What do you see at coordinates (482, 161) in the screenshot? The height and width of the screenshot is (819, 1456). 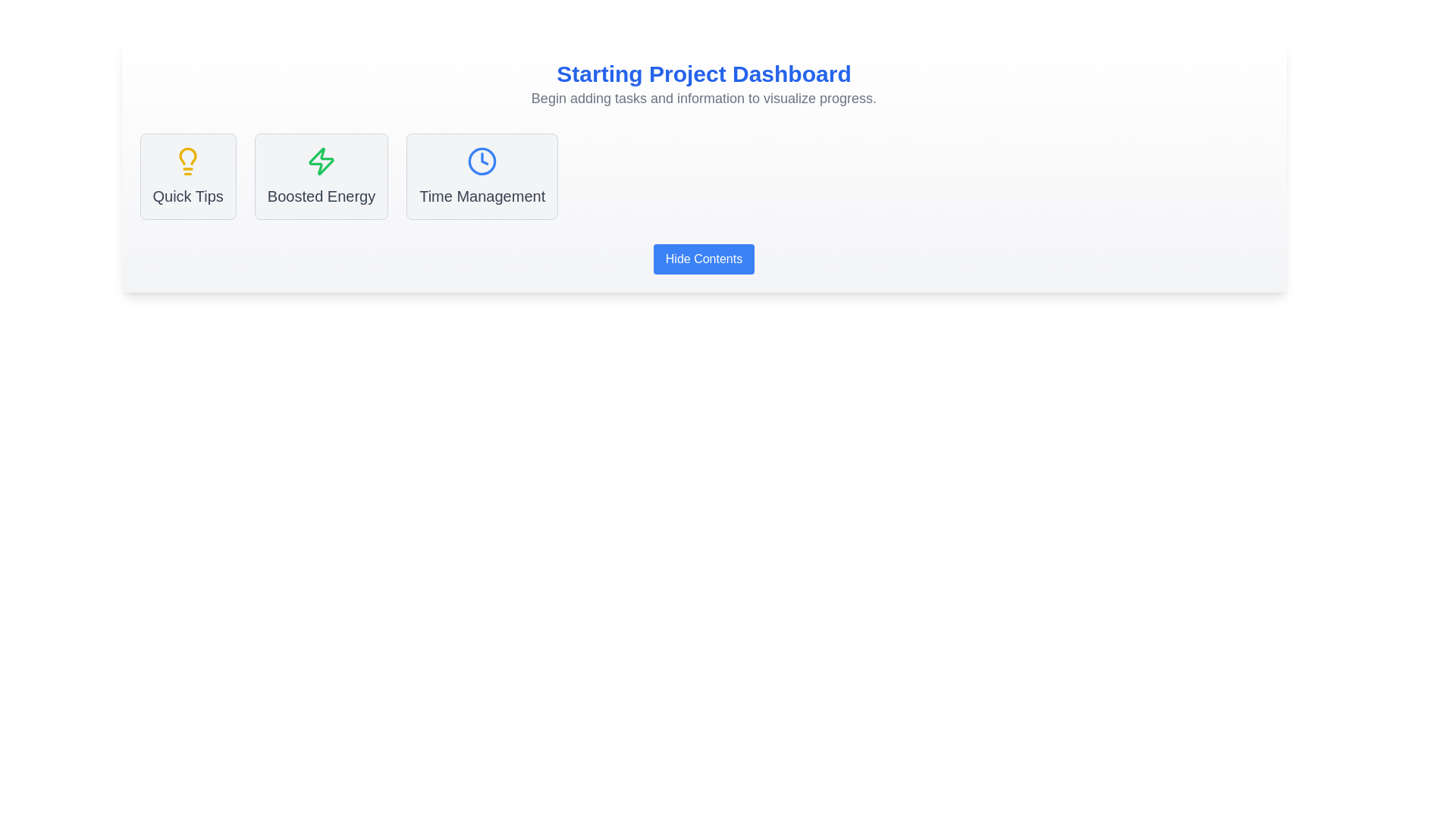 I see `the blue circular outline icon with a clock inside, located within the 'Time Management' button, which is the third button in a horizontal sequence of three buttons` at bounding box center [482, 161].